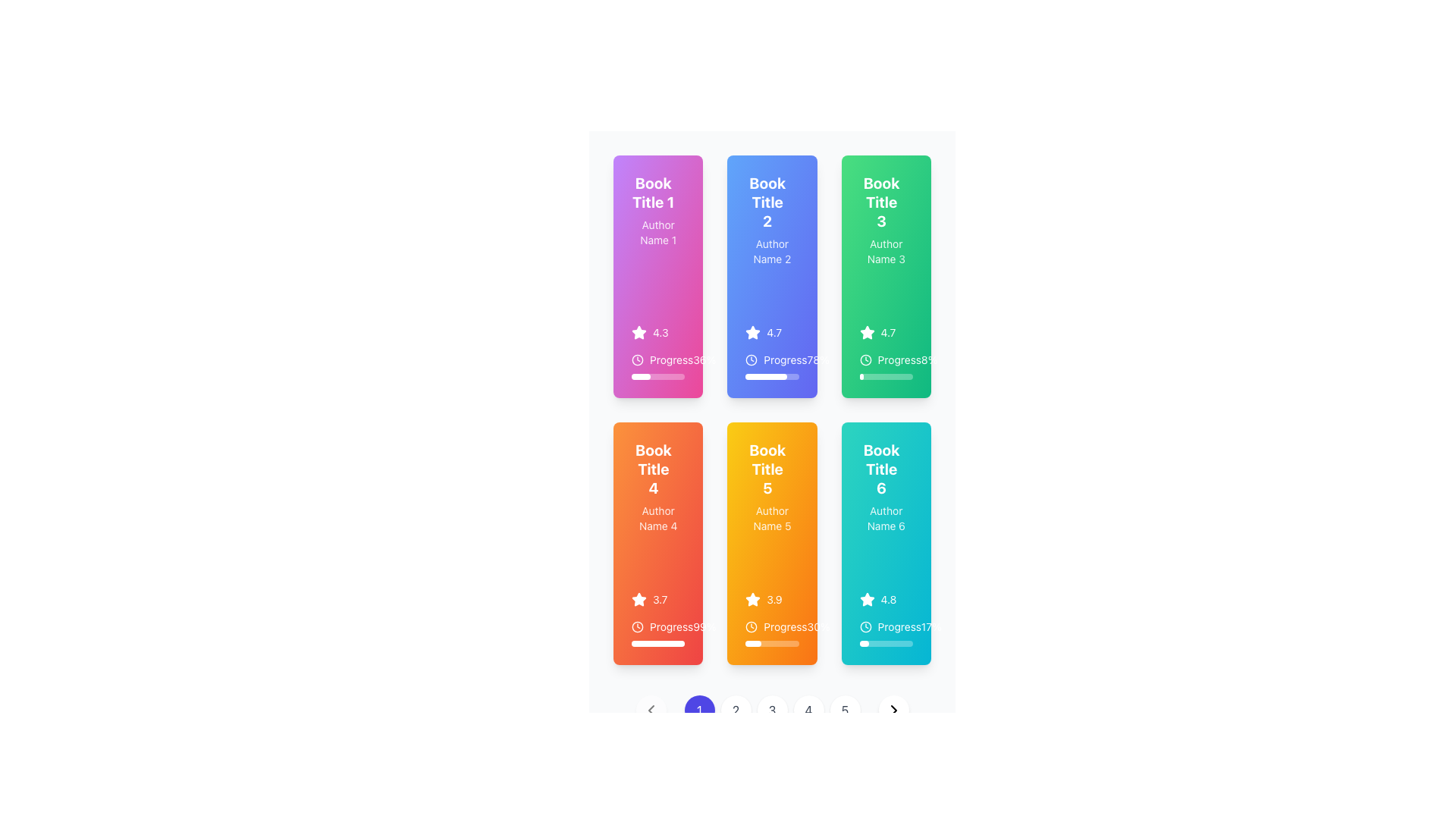 This screenshot has height=819, width=1456. Describe the element at coordinates (658, 359) in the screenshot. I see `the text displaying the current progress percentage (36%) next to the clock icon, which is located in the first column of a vertical card layout under the rating indicator '4.3' and above the progress bar for 'Book Title 1'` at that location.